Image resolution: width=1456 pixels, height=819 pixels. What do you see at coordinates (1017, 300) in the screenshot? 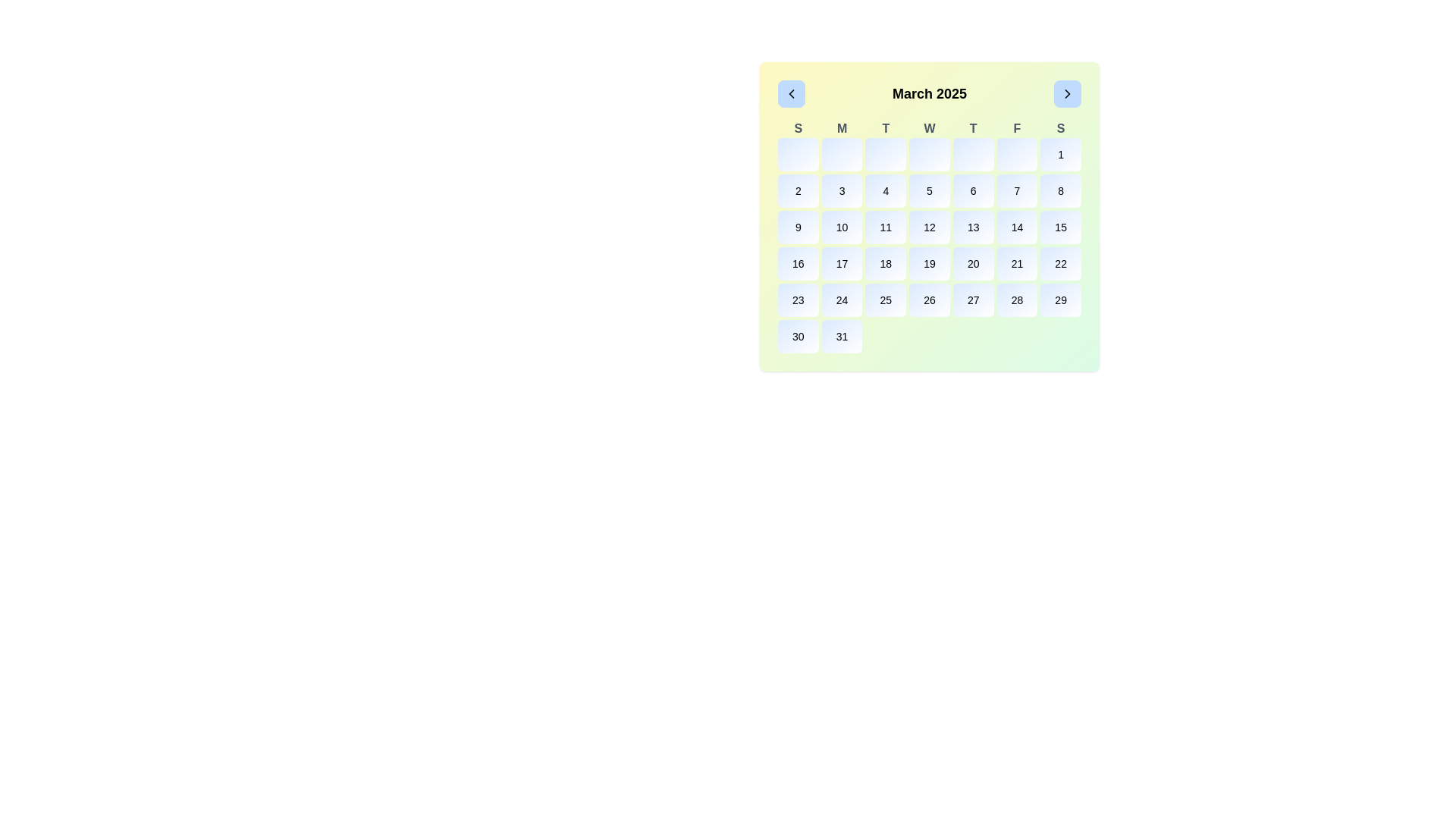
I see `the interactive date selection button for the day '28' in the calendar for March 2025` at bounding box center [1017, 300].